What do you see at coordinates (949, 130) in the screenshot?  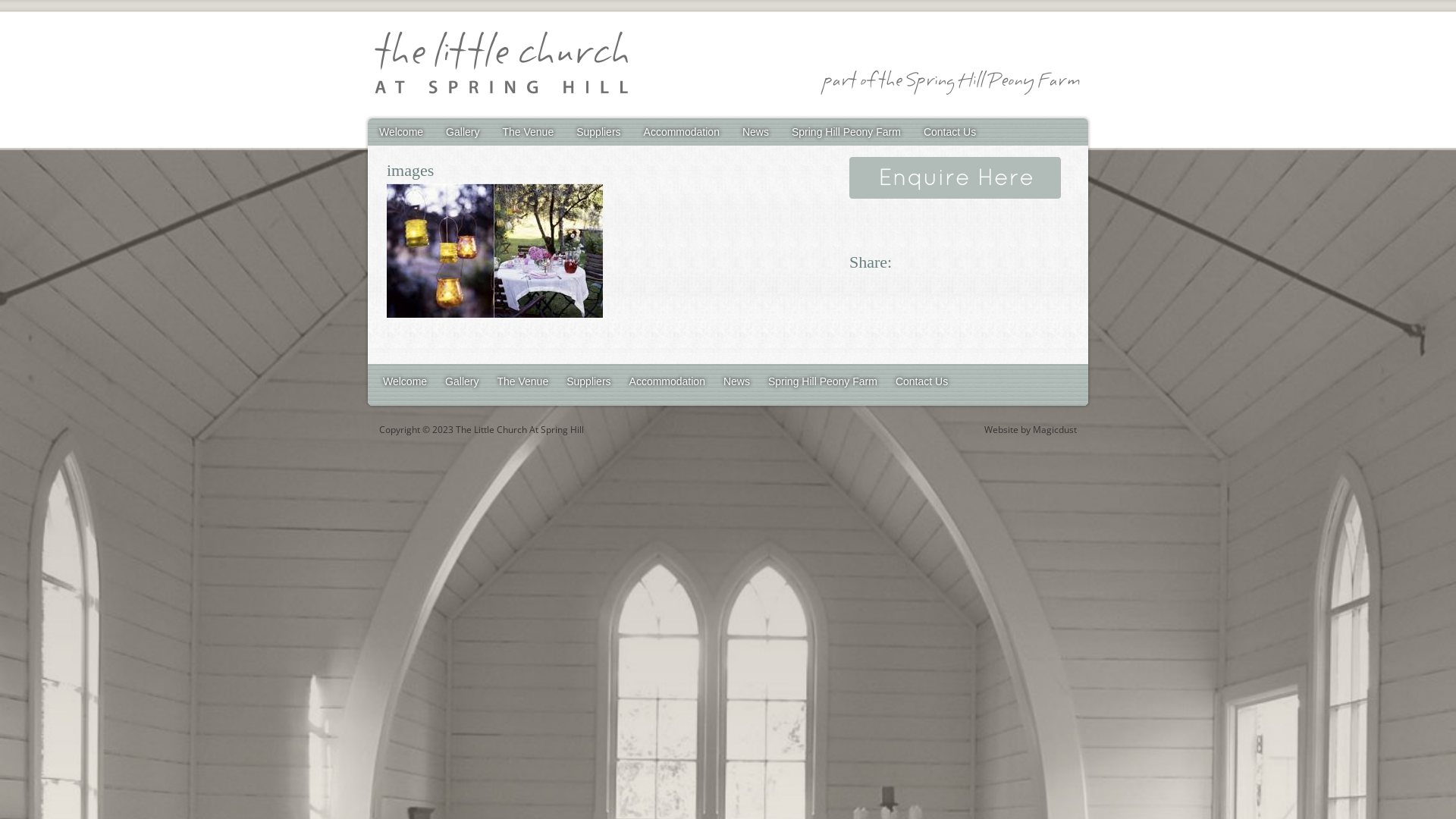 I see `'Contact Us'` at bounding box center [949, 130].